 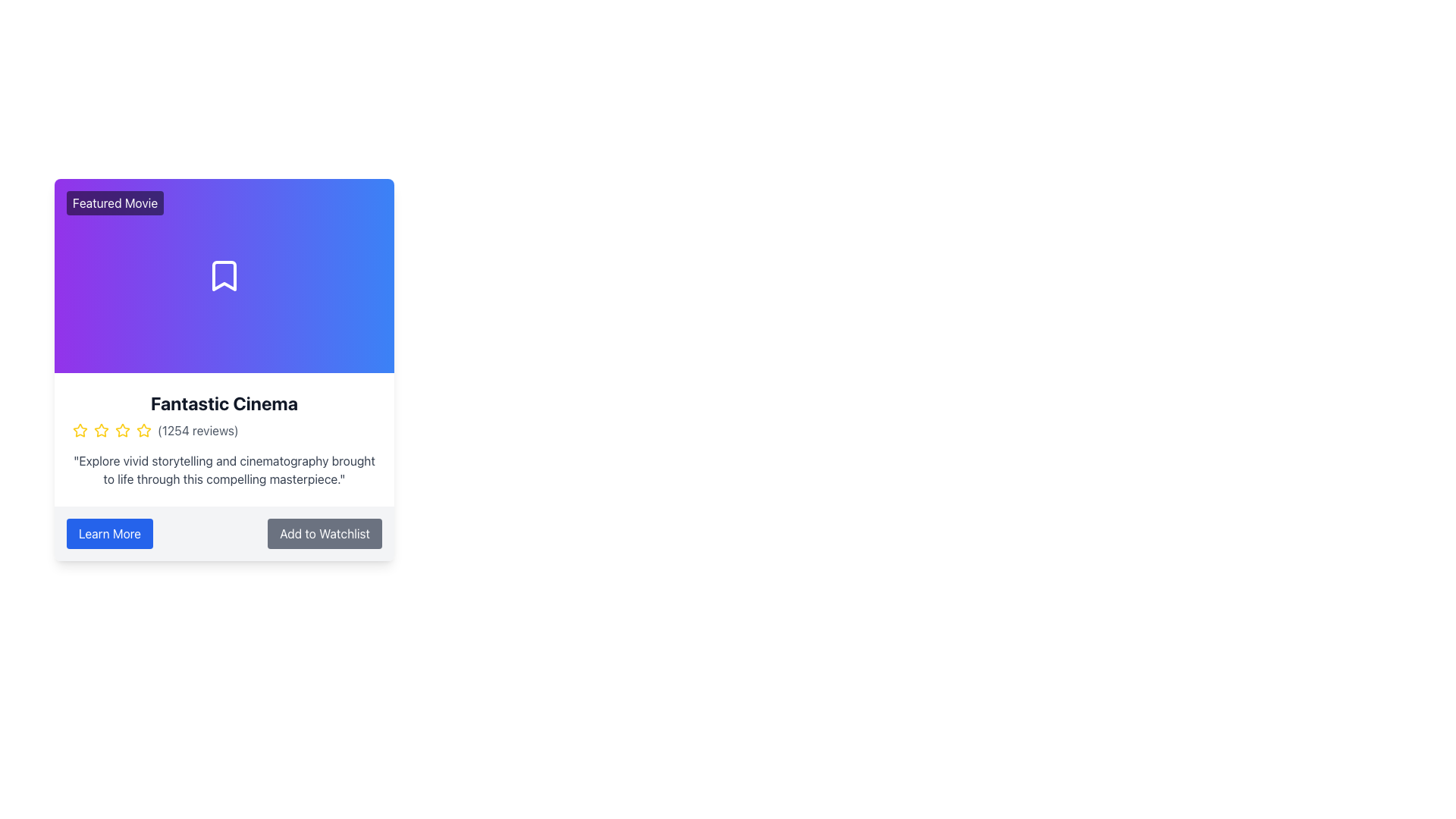 What do you see at coordinates (144, 430) in the screenshot?
I see `the star-shaped icon with a hollow center, which is the third star in the rating section of the 'Fantastic Cinema' card` at bounding box center [144, 430].